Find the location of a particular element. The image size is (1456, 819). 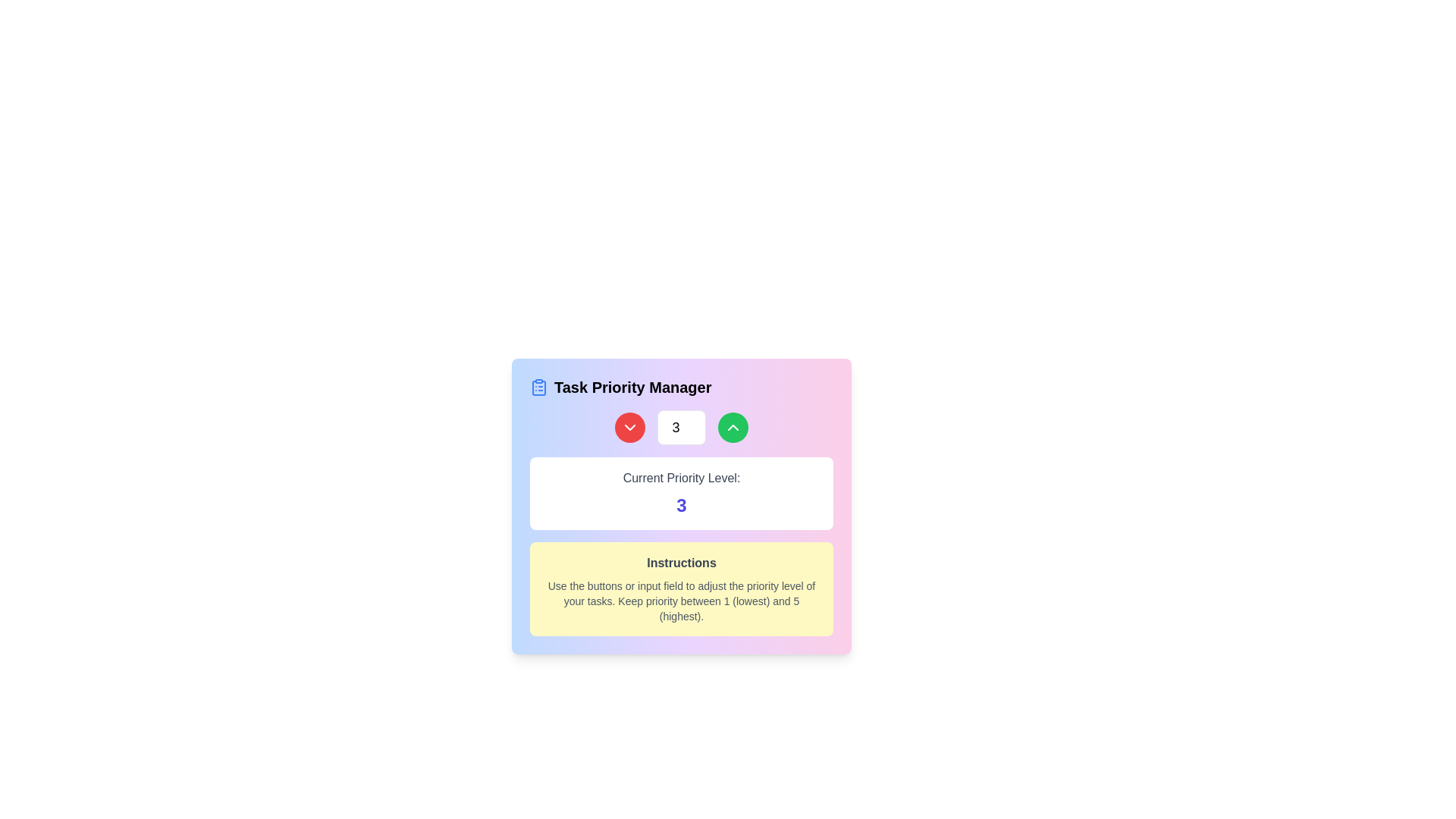

the button located at the rightmost position in a group of three interactive elements, which includes a red circular button to its left and a numeric input field in between, to increase the priority level is located at coordinates (733, 427).